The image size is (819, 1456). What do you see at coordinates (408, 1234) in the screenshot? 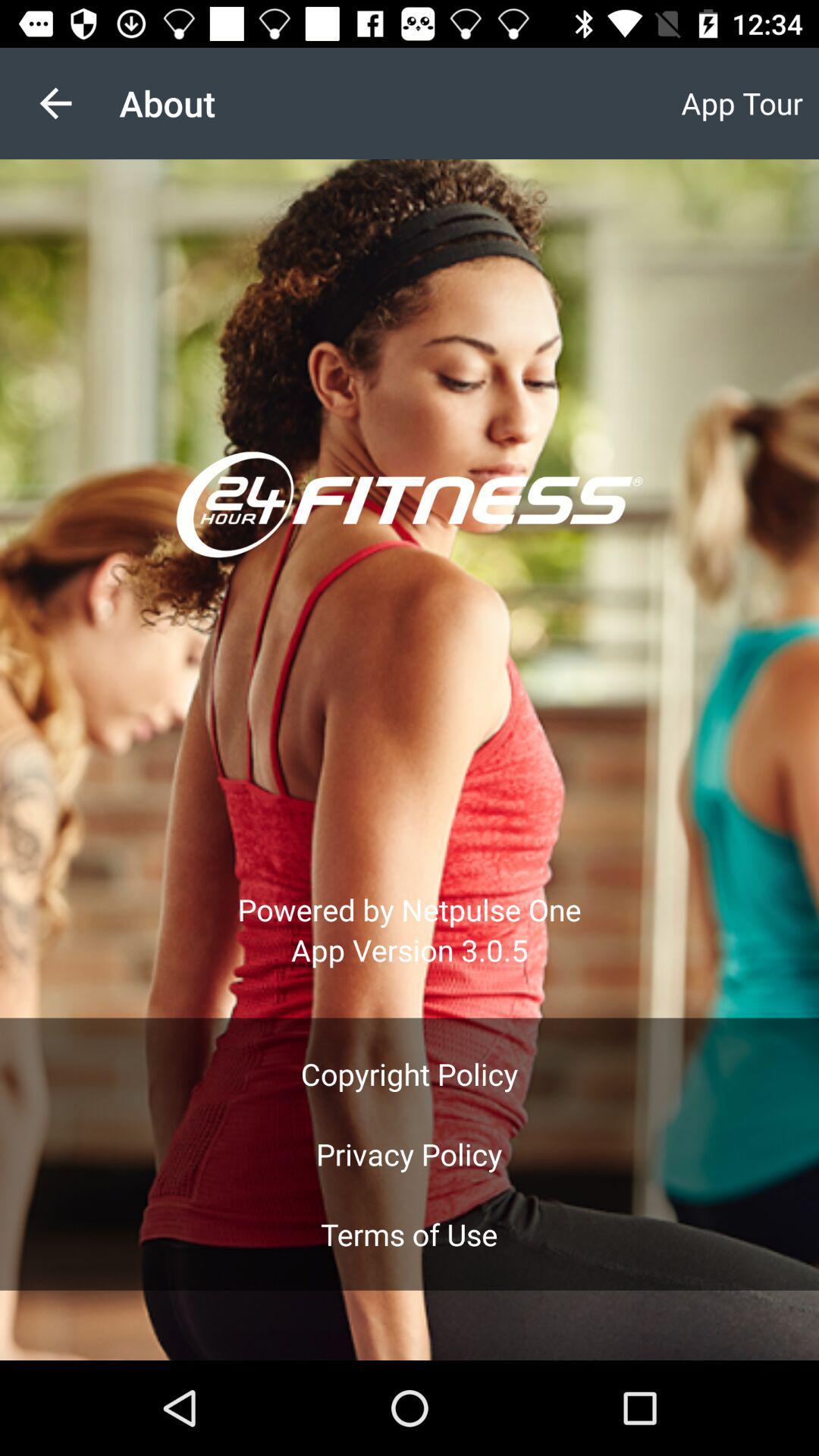
I see `the terms of use item` at bounding box center [408, 1234].